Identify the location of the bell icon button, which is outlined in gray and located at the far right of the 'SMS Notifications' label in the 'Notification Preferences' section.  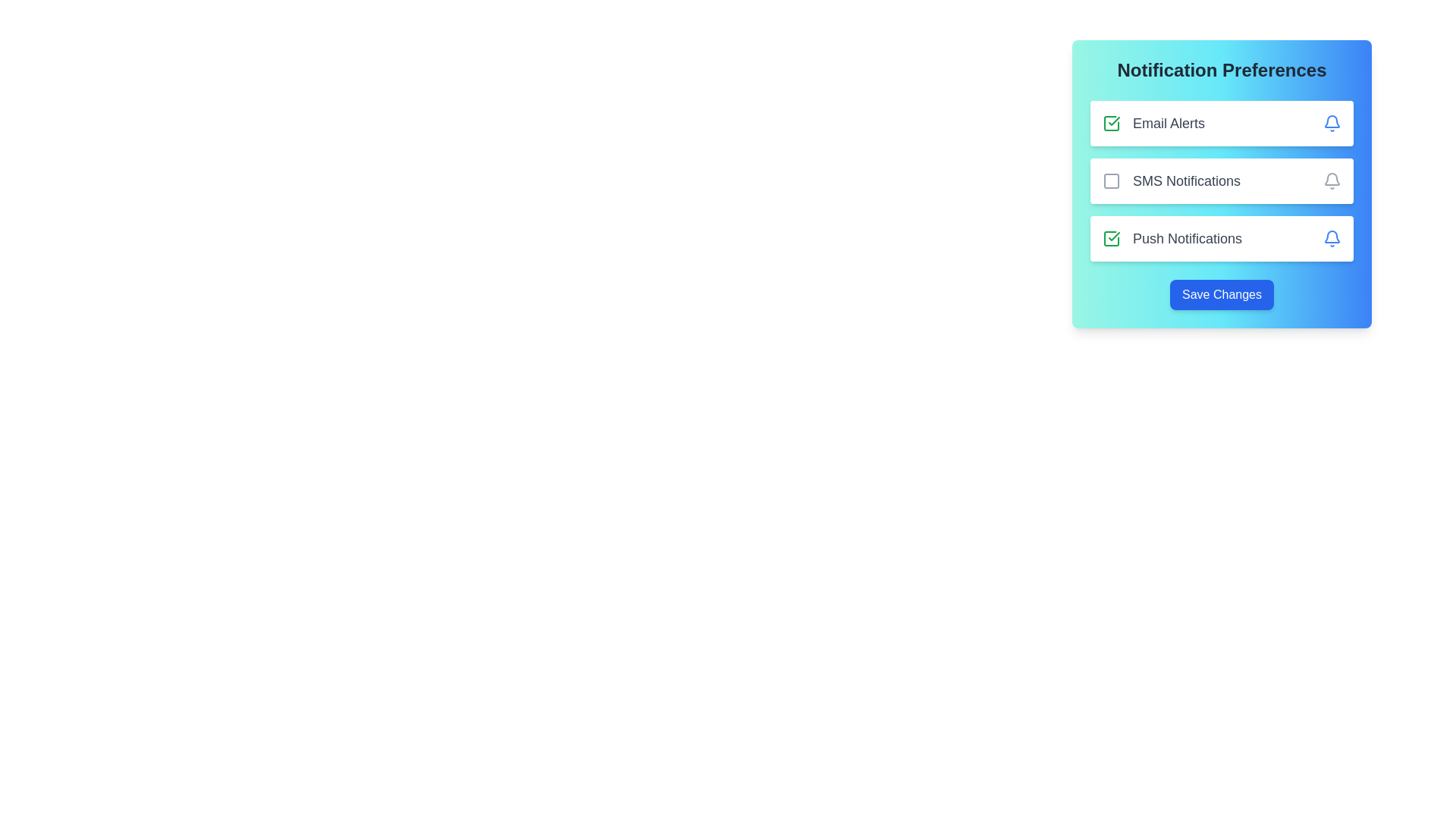
(1331, 180).